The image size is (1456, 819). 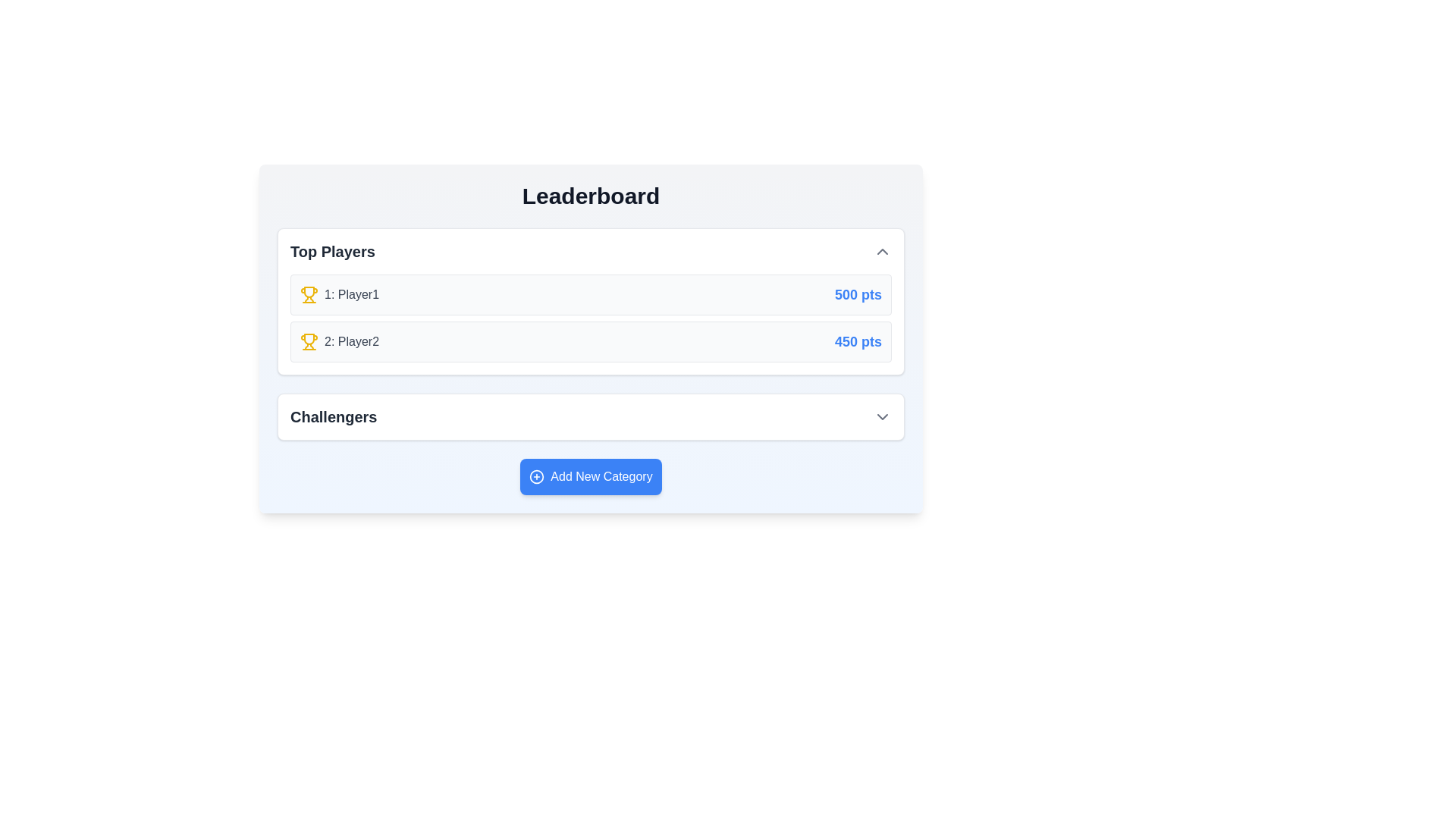 I want to click on the graphical icon representing the action to add a new item or category, located to the left of the 'Add New Category' button at the lower portion of the interface, so click(x=537, y=475).